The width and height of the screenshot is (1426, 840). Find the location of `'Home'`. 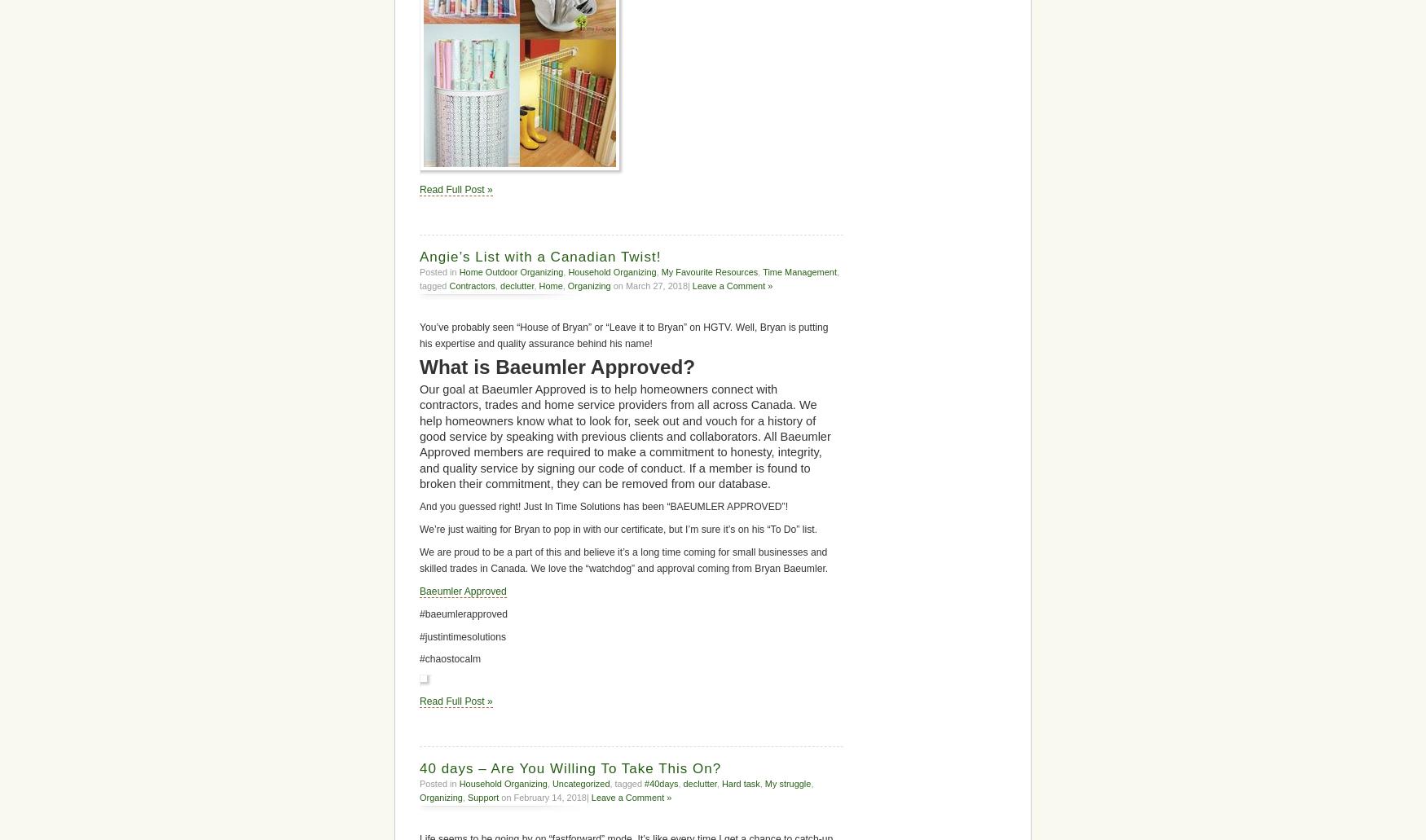

'Home' is located at coordinates (549, 284).